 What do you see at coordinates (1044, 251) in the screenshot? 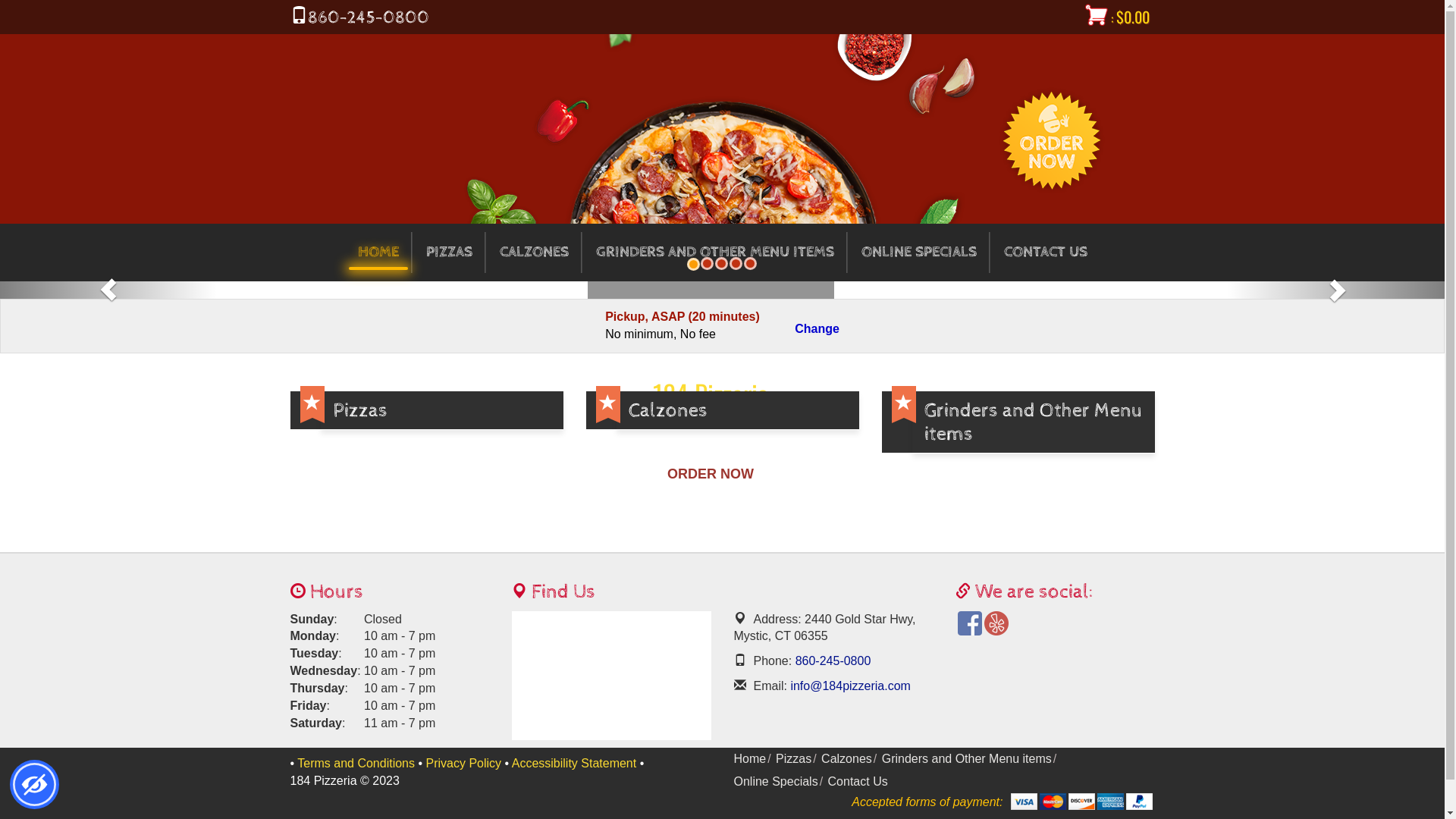
I see `'CONTACT US'` at bounding box center [1044, 251].